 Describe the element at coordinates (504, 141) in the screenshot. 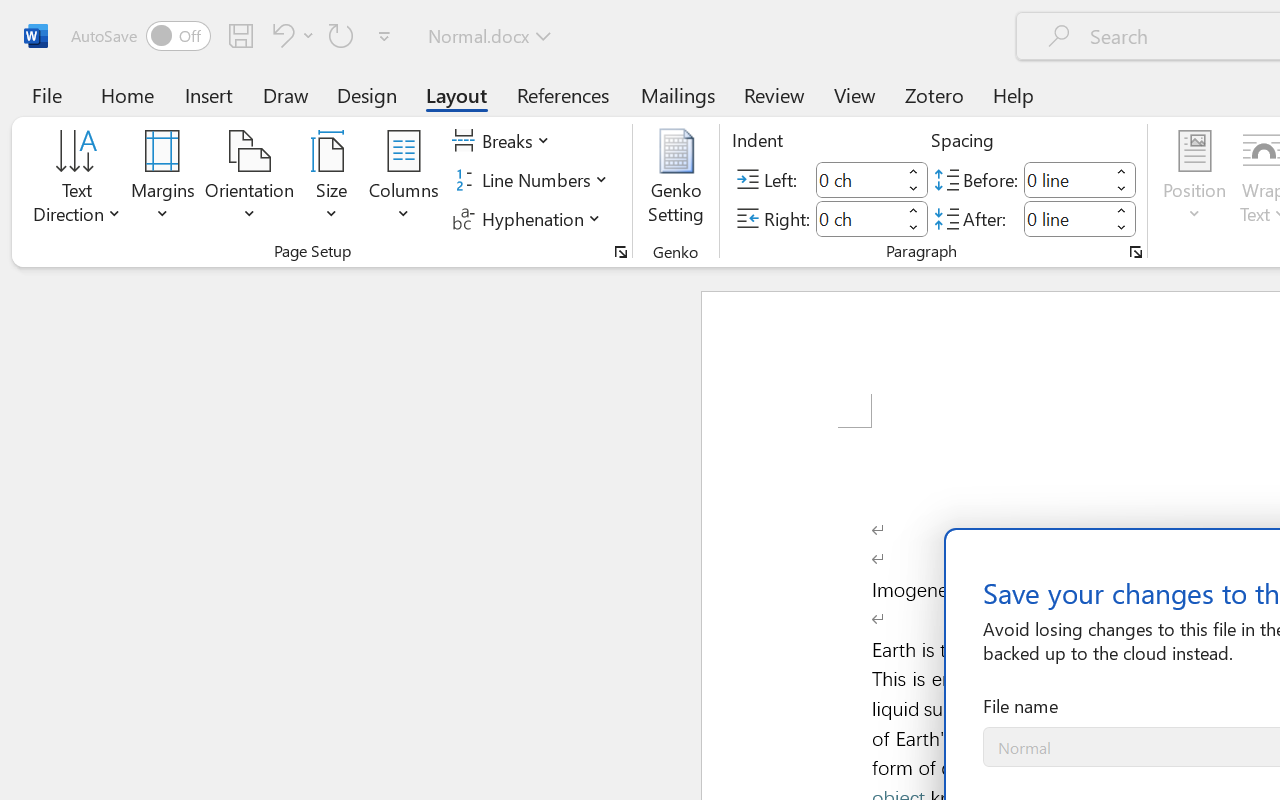

I see `'Breaks'` at that location.